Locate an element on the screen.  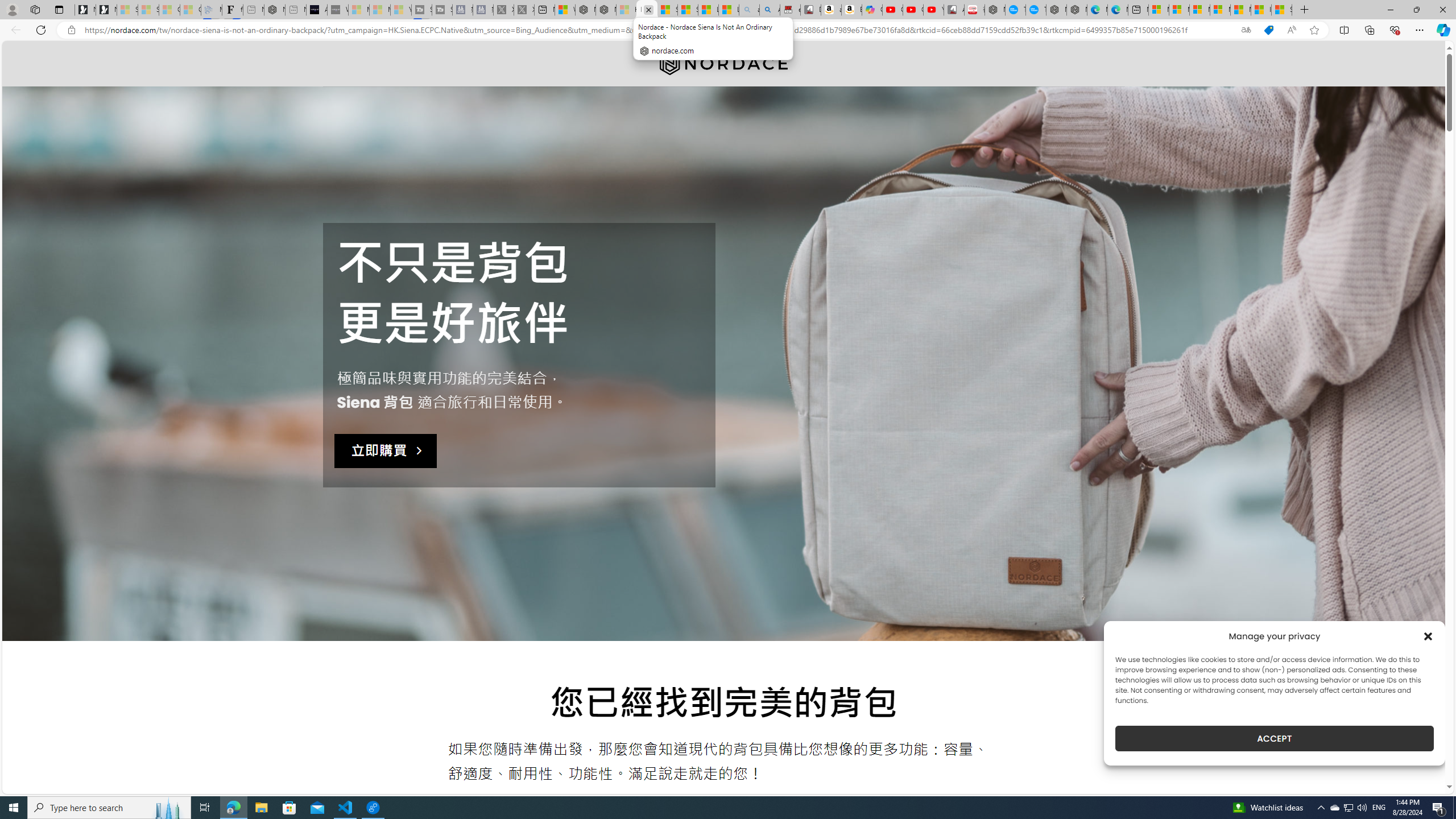
'Nordace - My Account' is located at coordinates (994, 9).